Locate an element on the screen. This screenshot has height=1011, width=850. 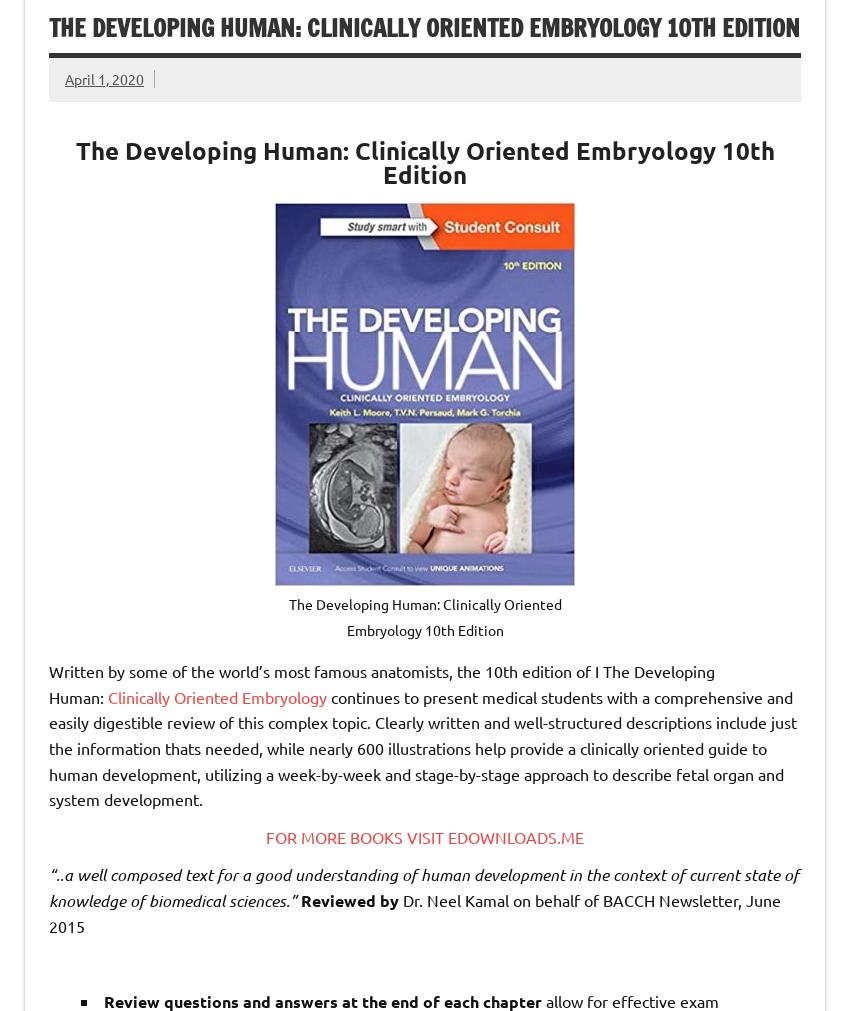
'“..a well composed text for a good understanding of human development in the context of current state of knowledge of biomedical sciences.”' is located at coordinates (423, 887).